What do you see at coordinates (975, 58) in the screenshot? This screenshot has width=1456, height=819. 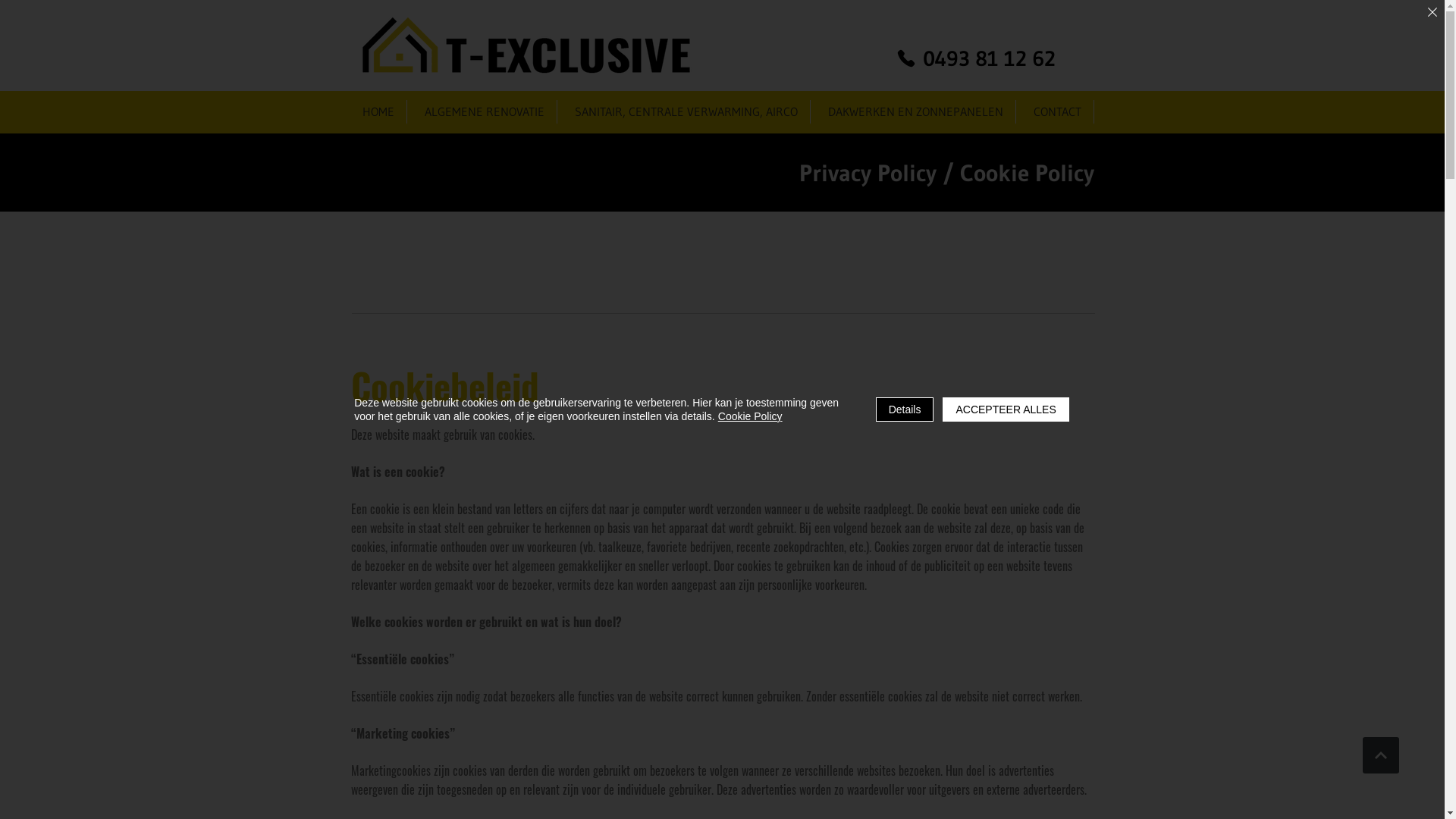 I see `'0493 81 12 62'` at bounding box center [975, 58].